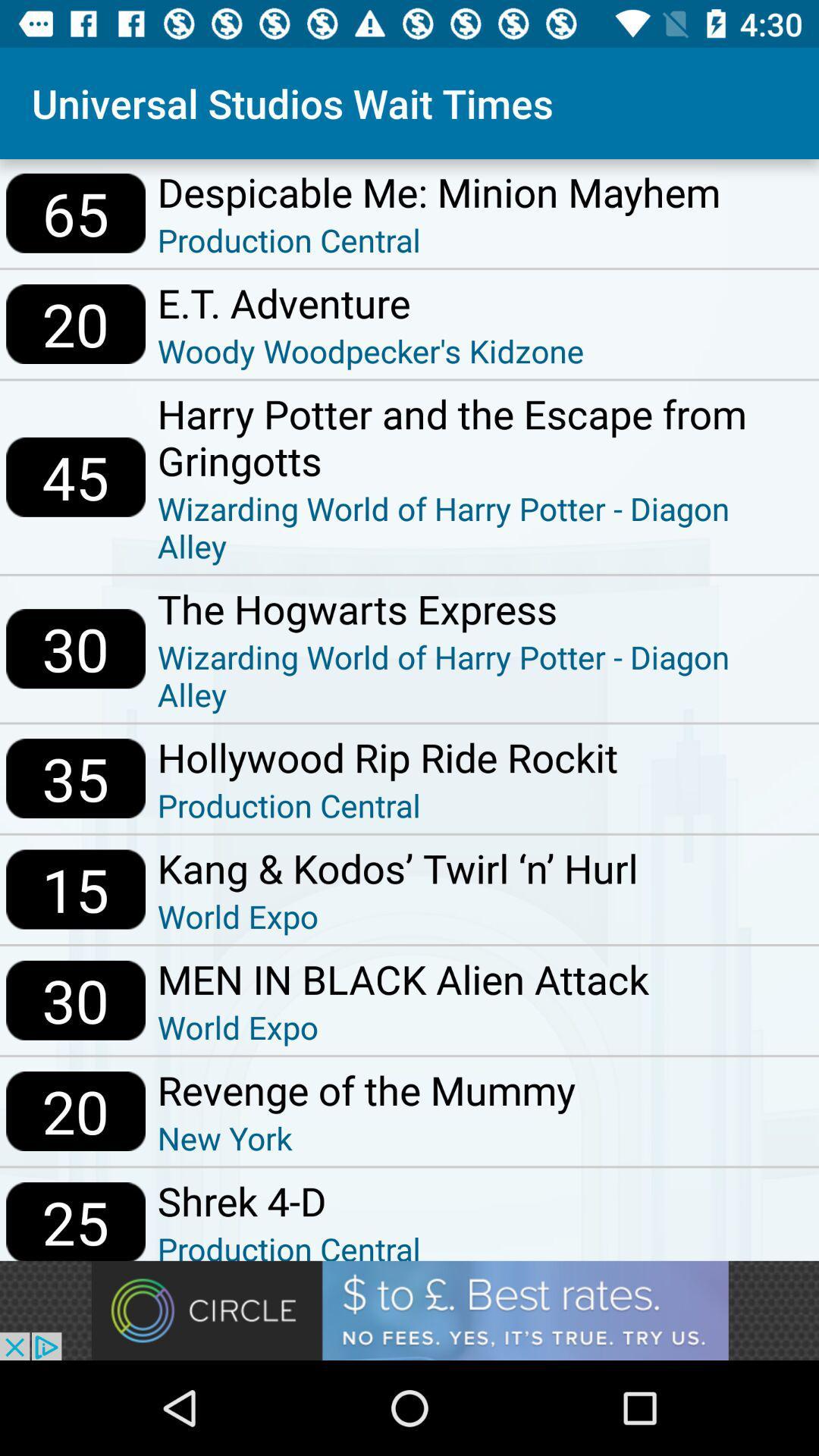  What do you see at coordinates (397, 868) in the screenshot?
I see `the item below production central item` at bounding box center [397, 868].